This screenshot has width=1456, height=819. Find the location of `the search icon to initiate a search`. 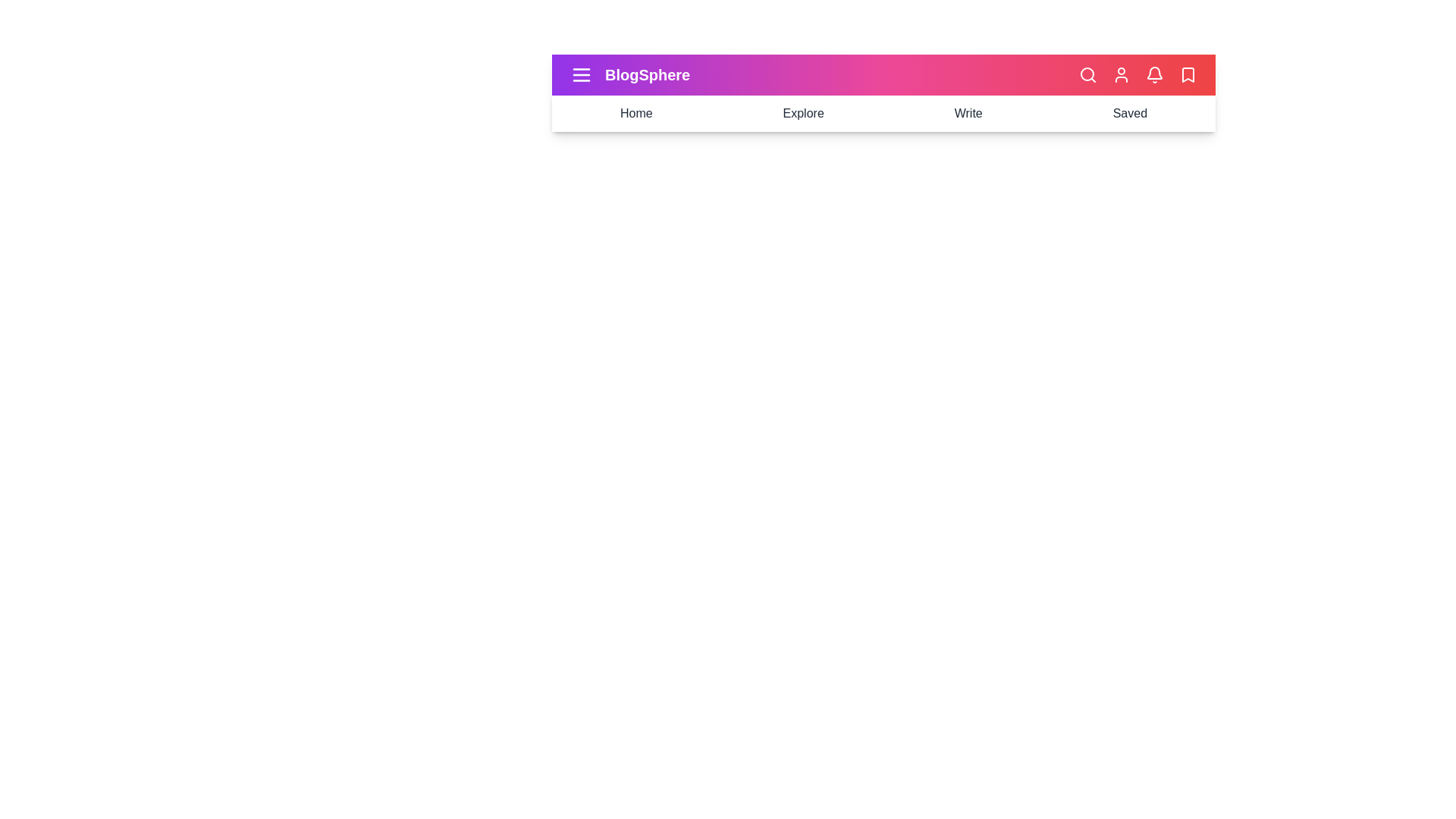

the search icon to initiate a search is located at coordinates (1087, 75).